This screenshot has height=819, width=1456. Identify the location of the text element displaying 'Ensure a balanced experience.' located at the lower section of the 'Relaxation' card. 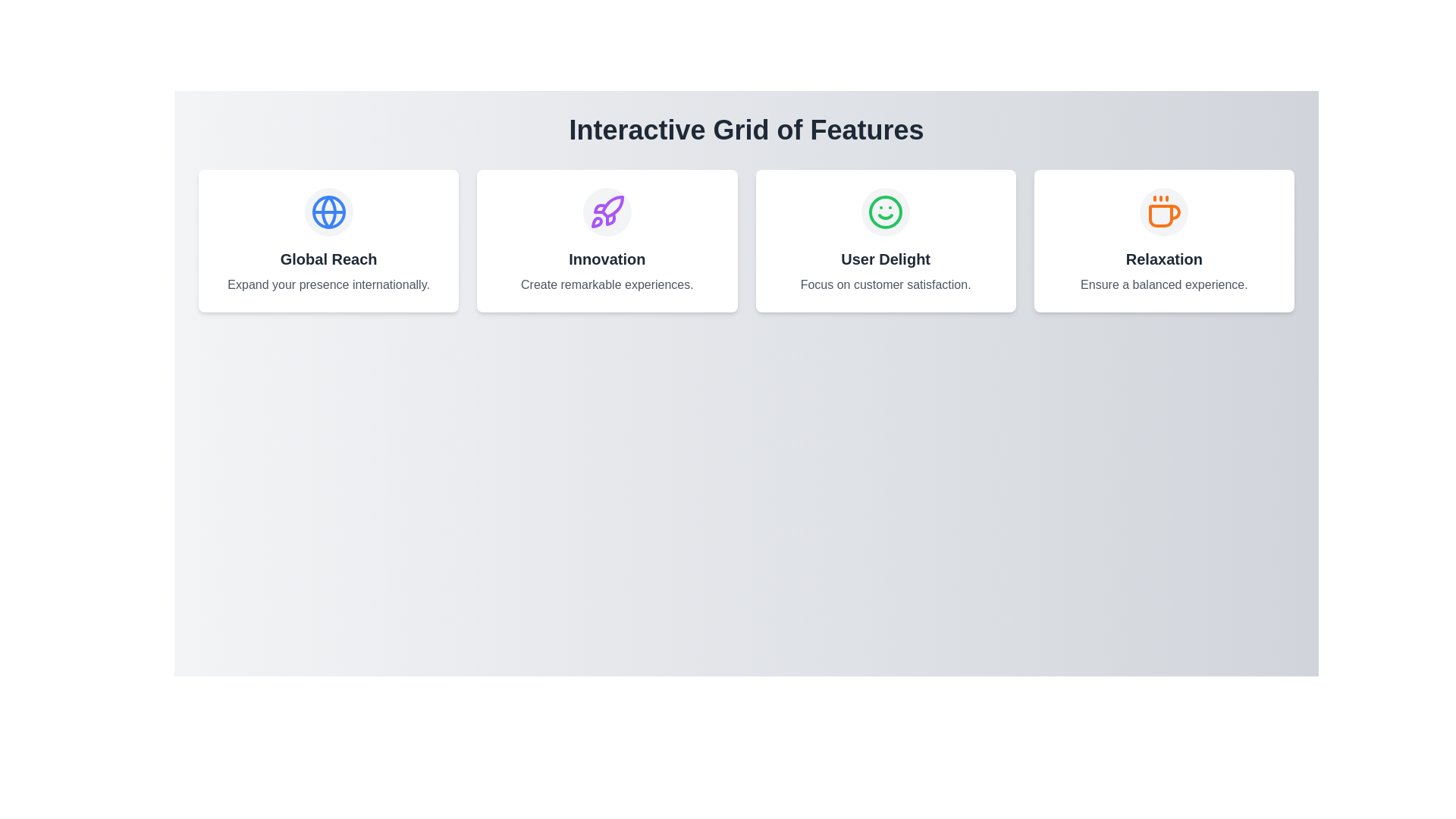
(1163, 284).